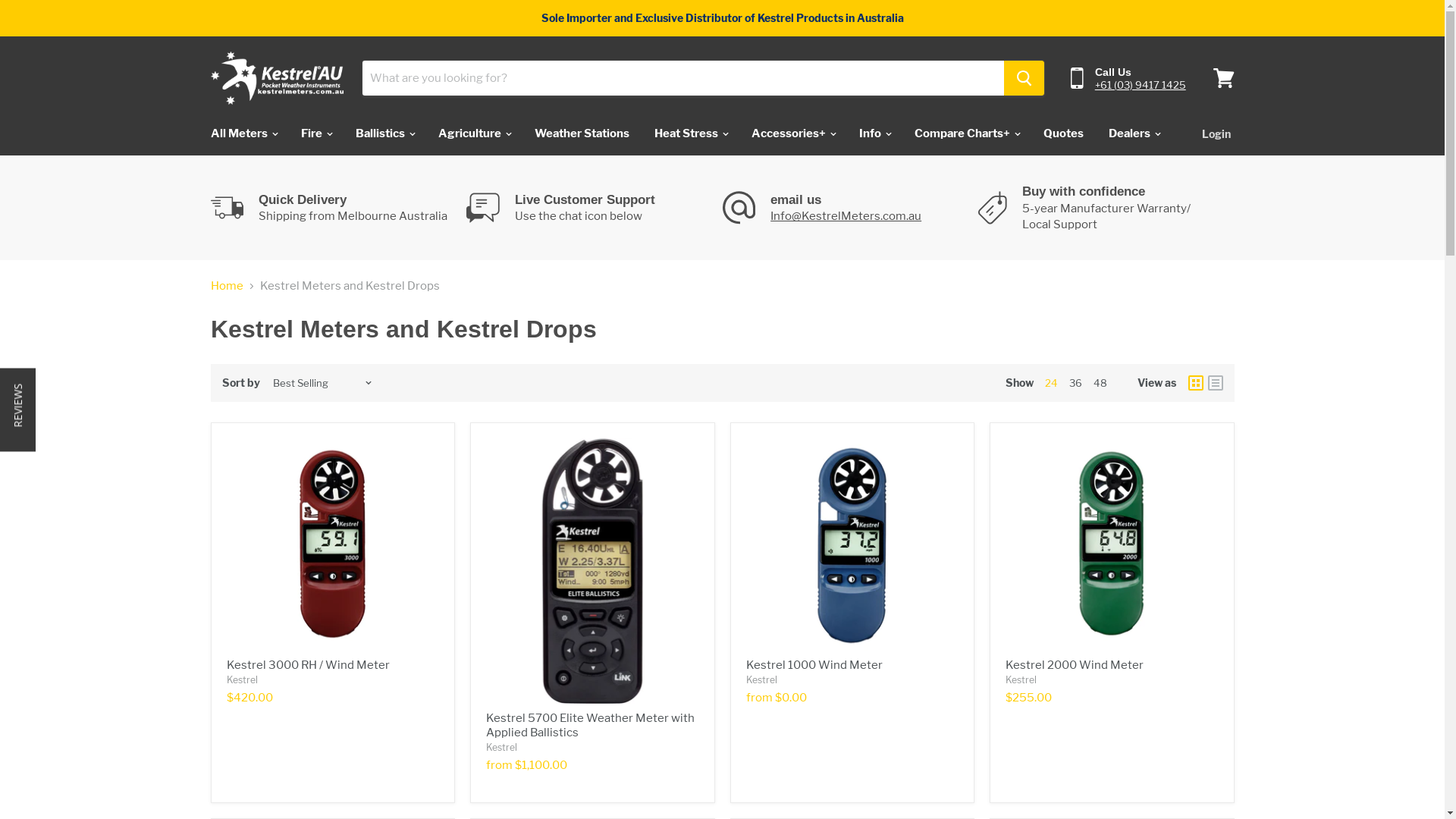  What do you see at coordinates (198, 133) in the screenshot?
I see `'All Meters'` at bounding box center [198, 133].